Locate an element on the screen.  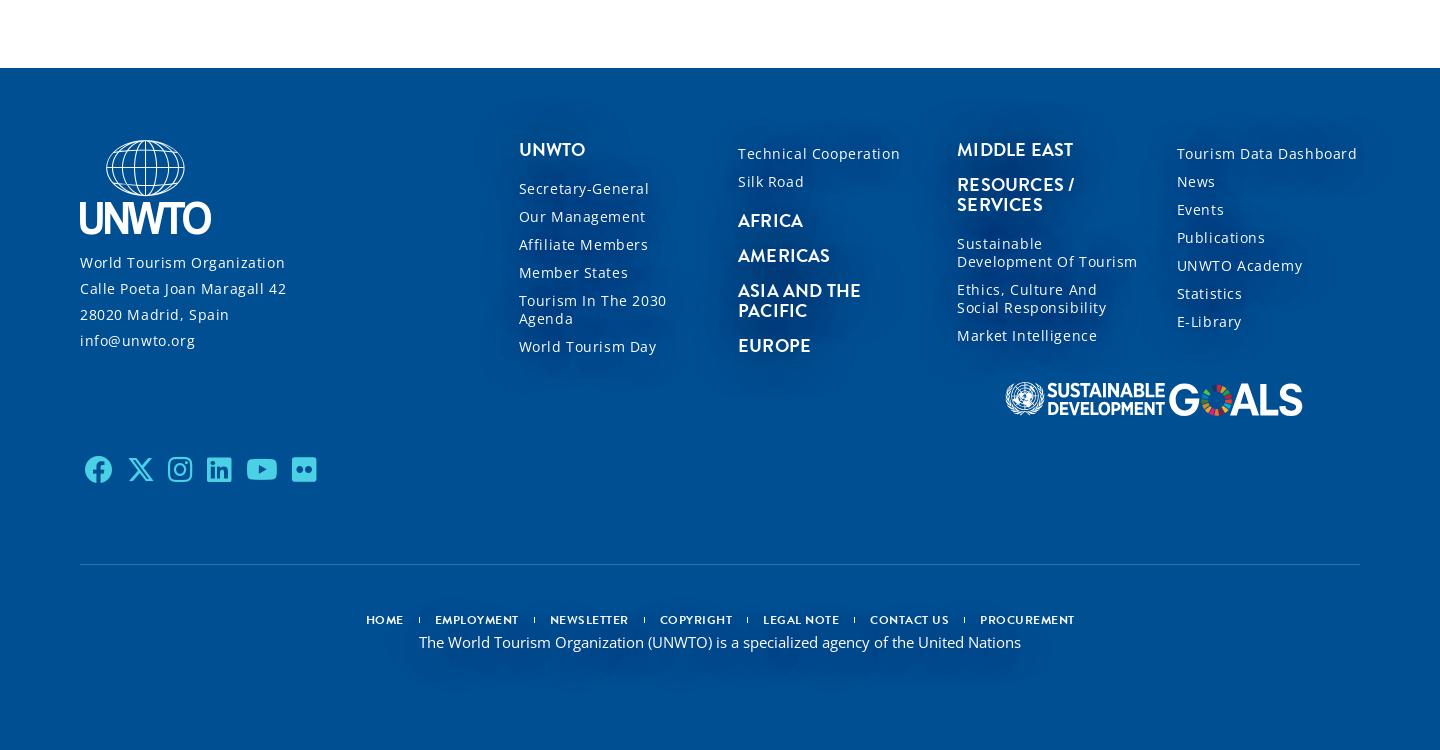
'Market Intelligence' is located at coordinates (1027, 333).